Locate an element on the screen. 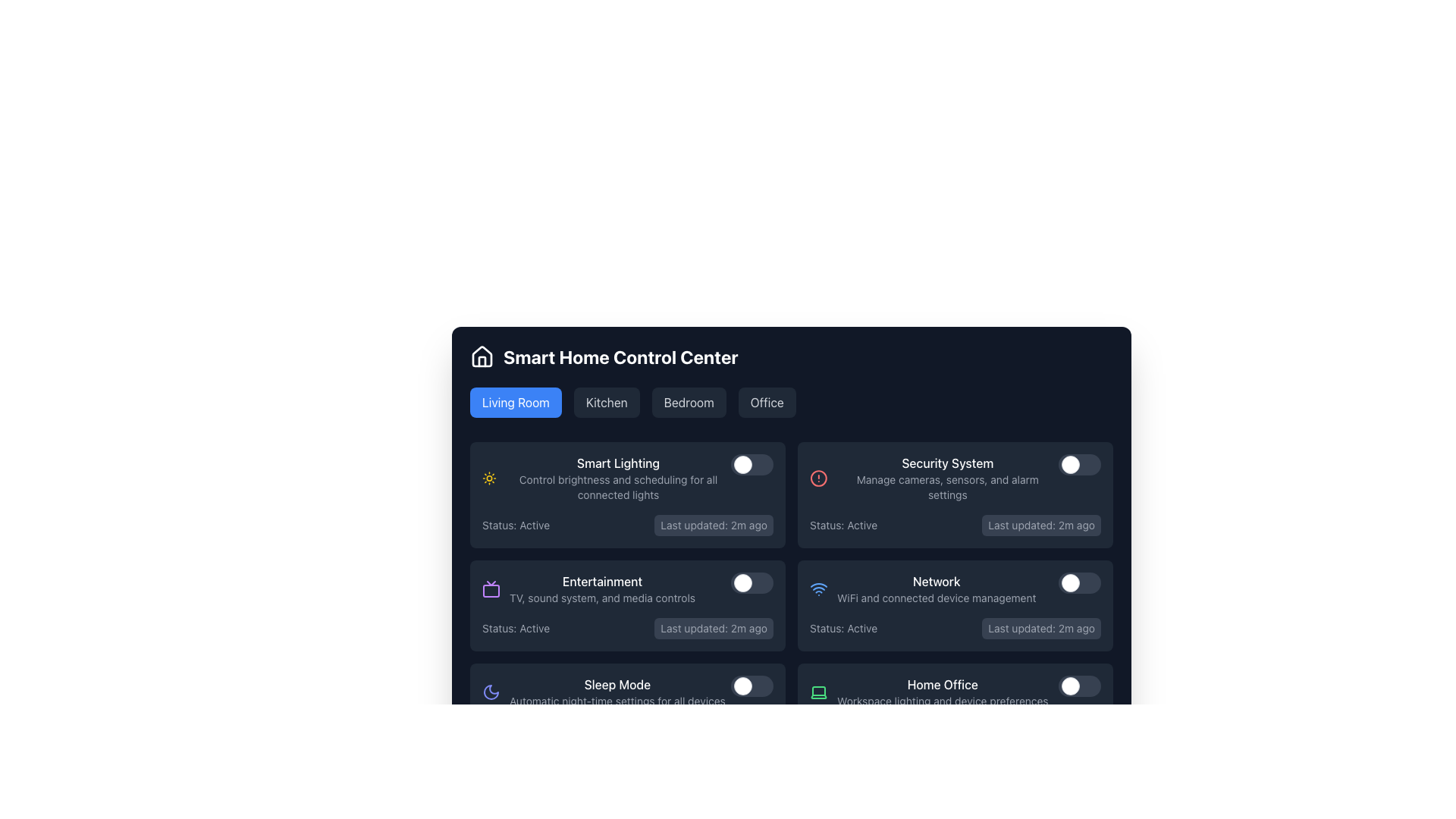 The image size is (1456, 819). the crescent moon icon representing the 'Sleep Mode' feature located in the bottom row of the 'Living Room' tab is located at coordinates (491, 692).